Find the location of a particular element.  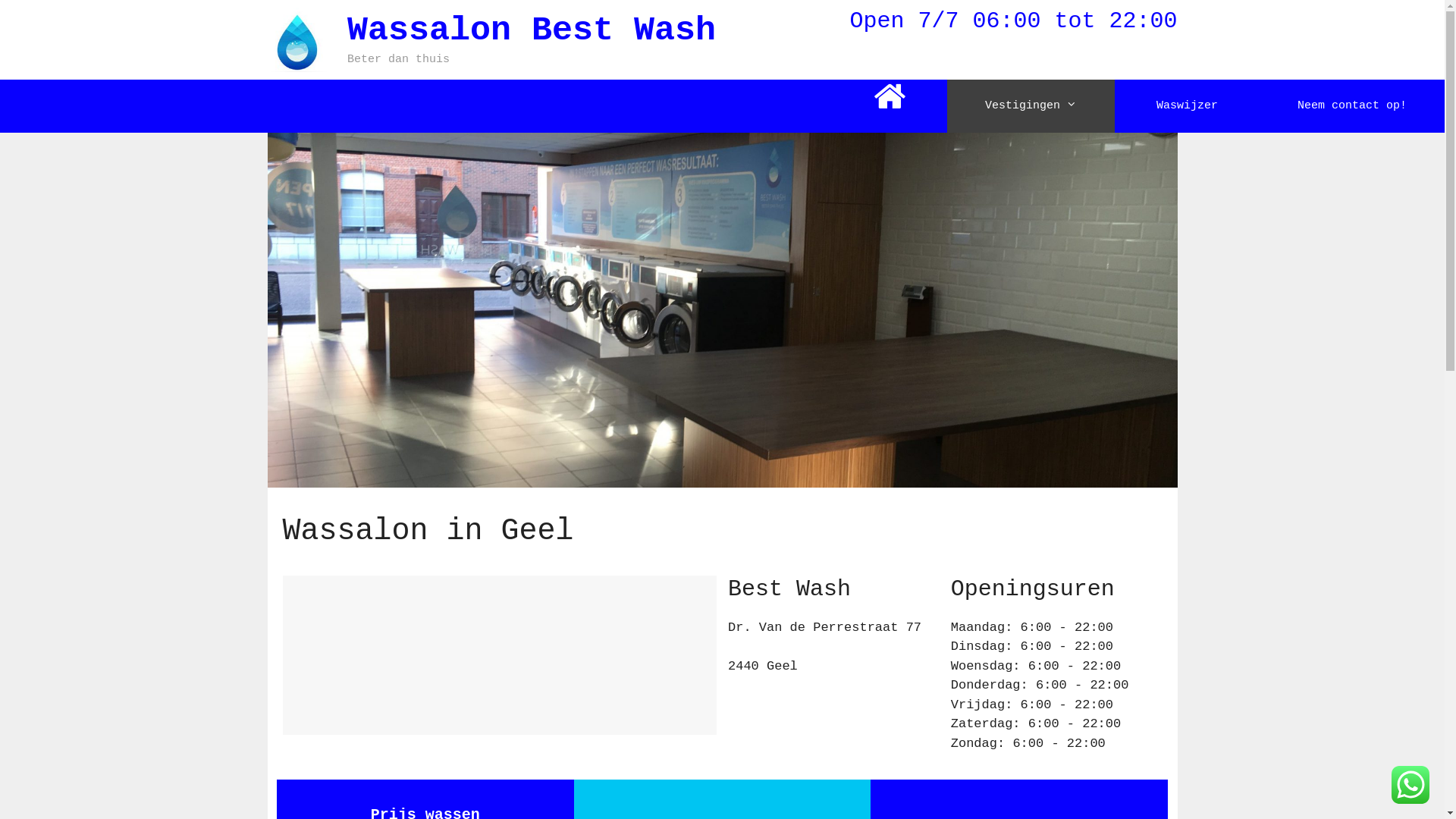

'Neem contact op!' is located at coordinates (1351, 105).